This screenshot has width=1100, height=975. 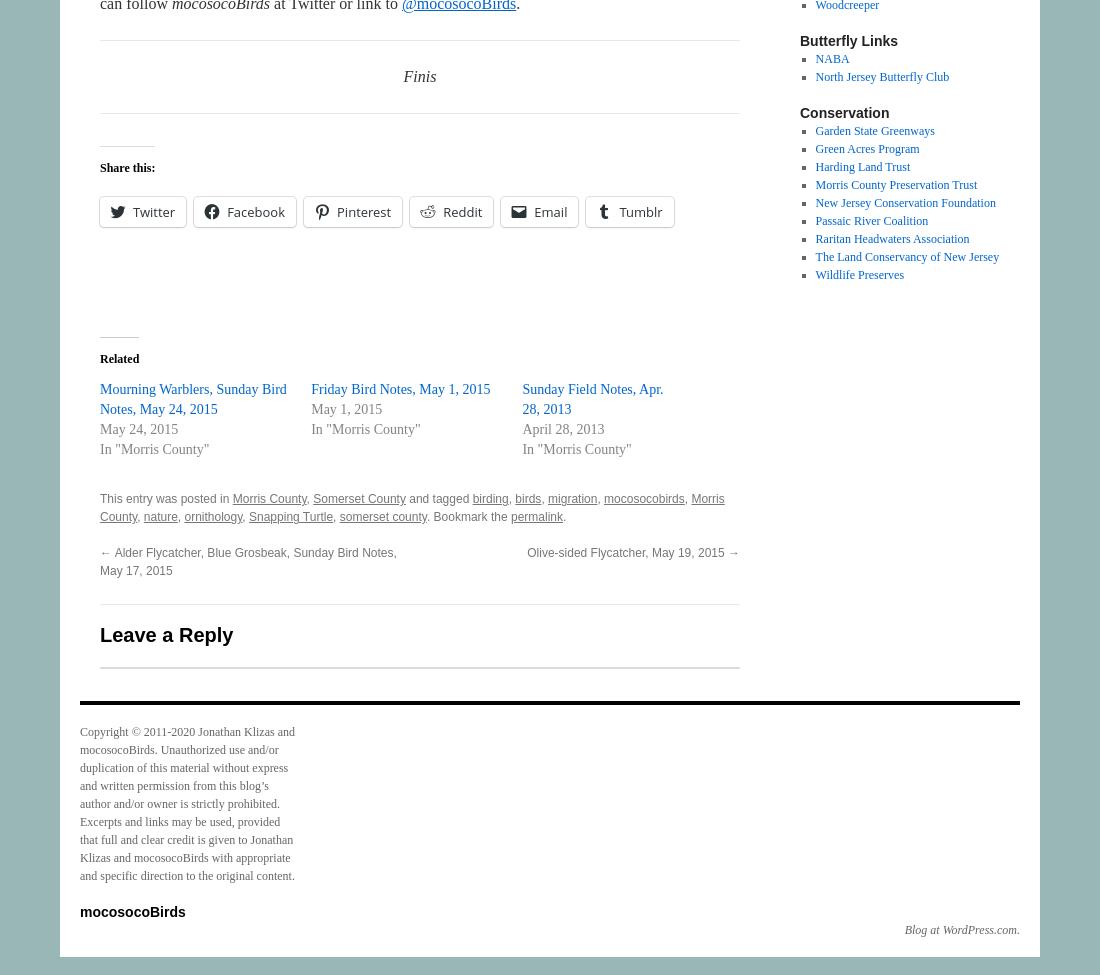 I want to click on 'Related', so click(x=119, y=357).